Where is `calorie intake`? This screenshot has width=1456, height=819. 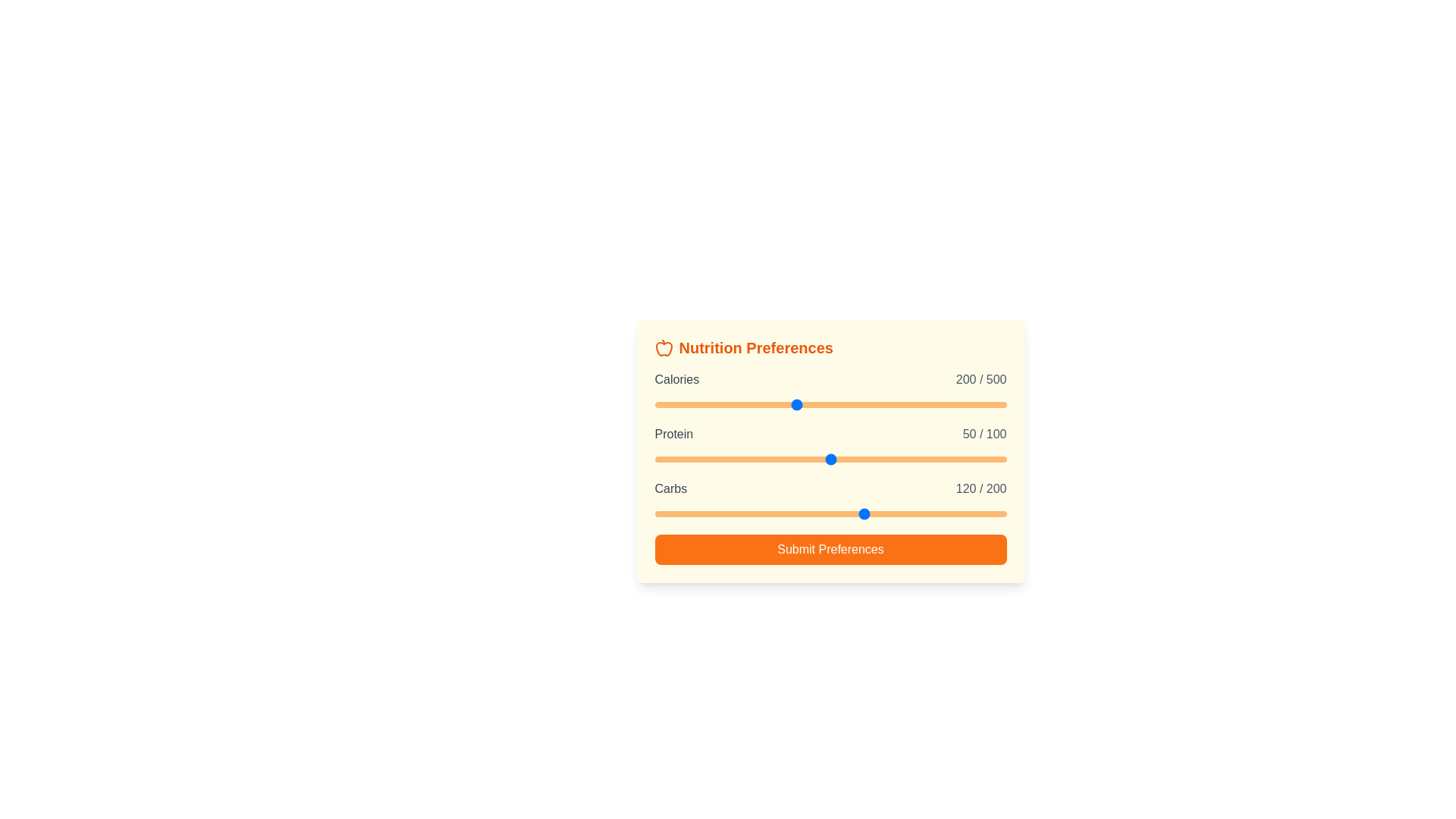
calorie intake is located at coordinates (853, 403).